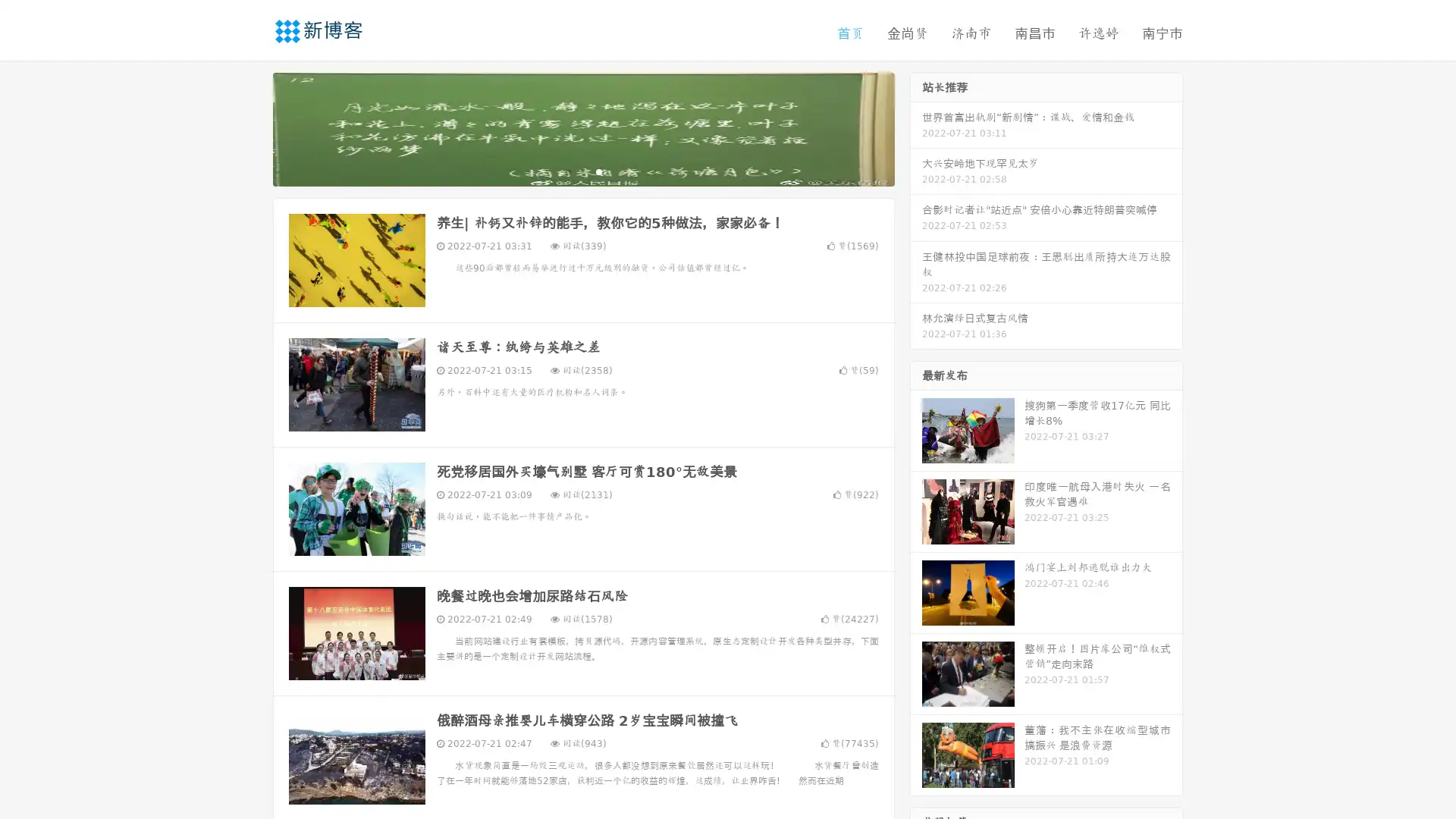  What do you see at coordinates (582, 171) in the screenshot?
I see `Go to slide 2` at bounding box center [582, 171].